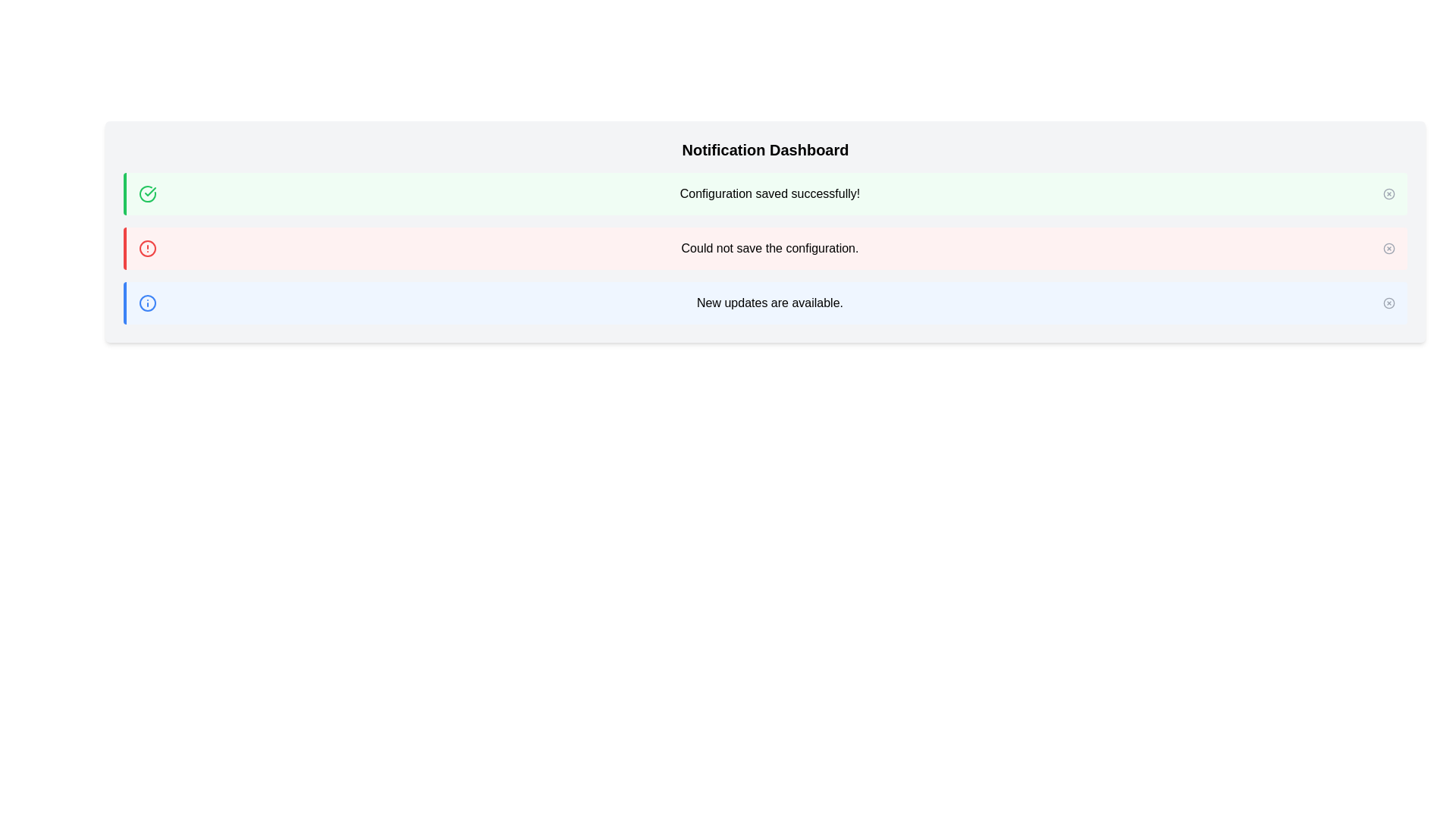 The image size is (1456, 819). What do you see at coordinates (148, 193) in the screenshot?
I see `the decorative success icon located in the top section of the notification dashboard, aligned to the left of the green success message` at bounding box center [148, 193].